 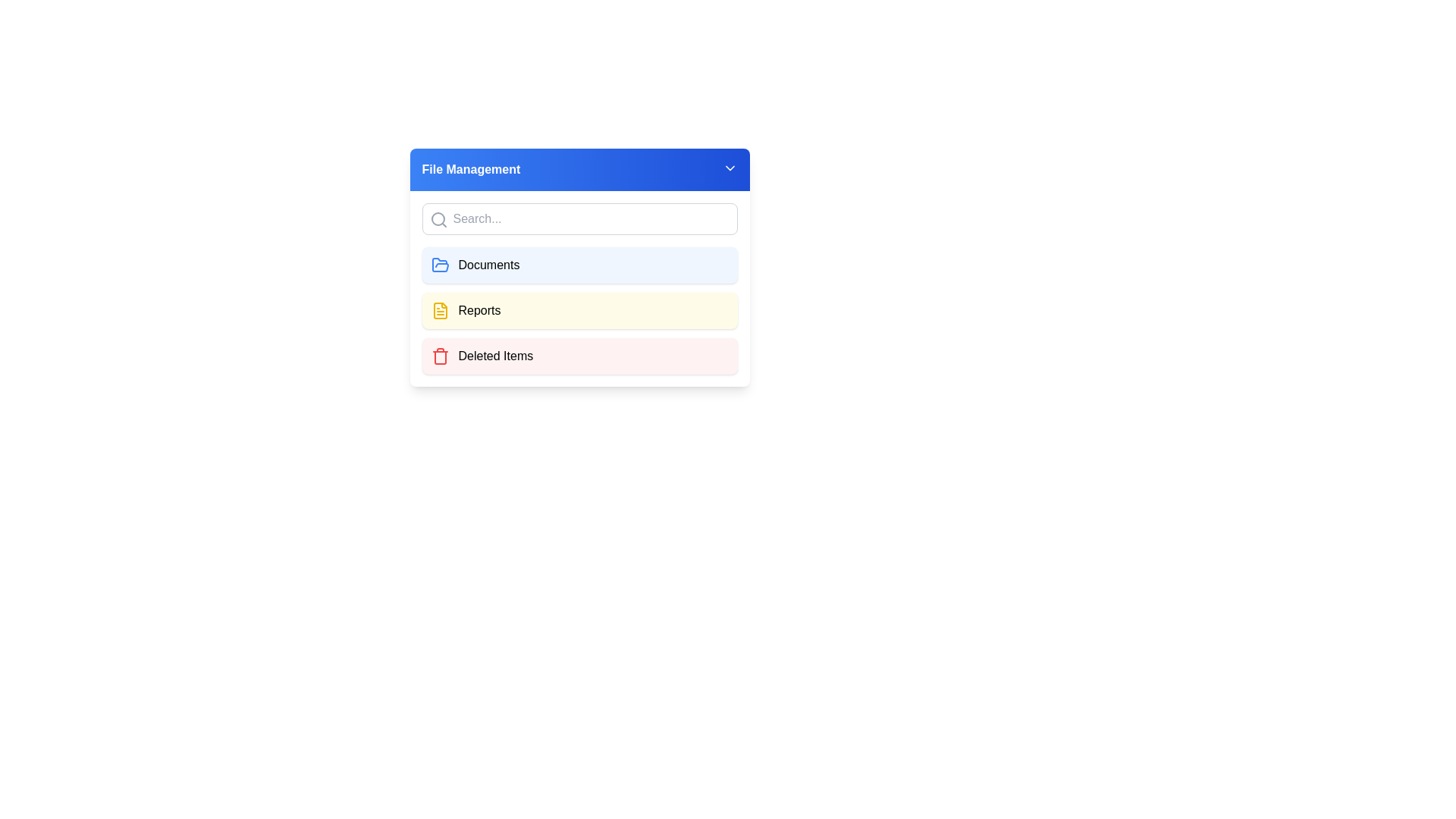 What do you see at coordinates (579, 356) in the screenshot?
I see `the third item in the vertically stacked list of options, which represents a menu item for accessing or managing deleted items` at bounding box center [579, 356].